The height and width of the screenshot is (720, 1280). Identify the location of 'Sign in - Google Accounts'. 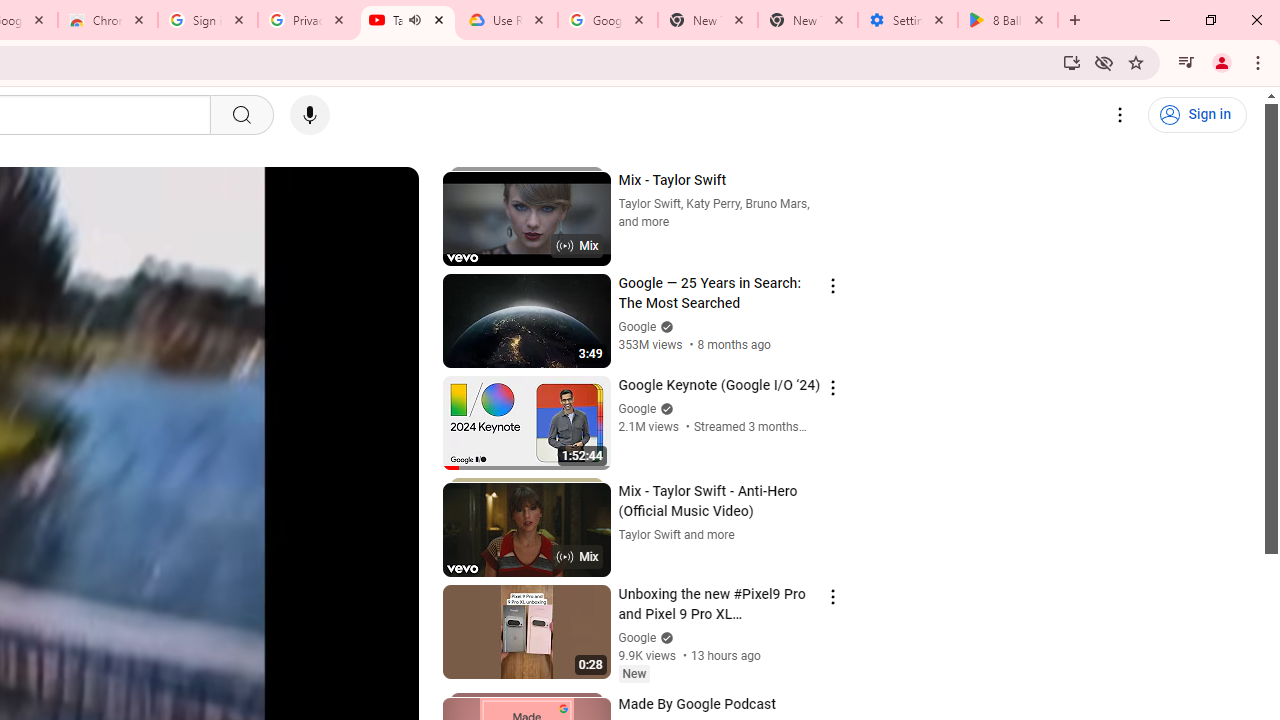
(208, 20).